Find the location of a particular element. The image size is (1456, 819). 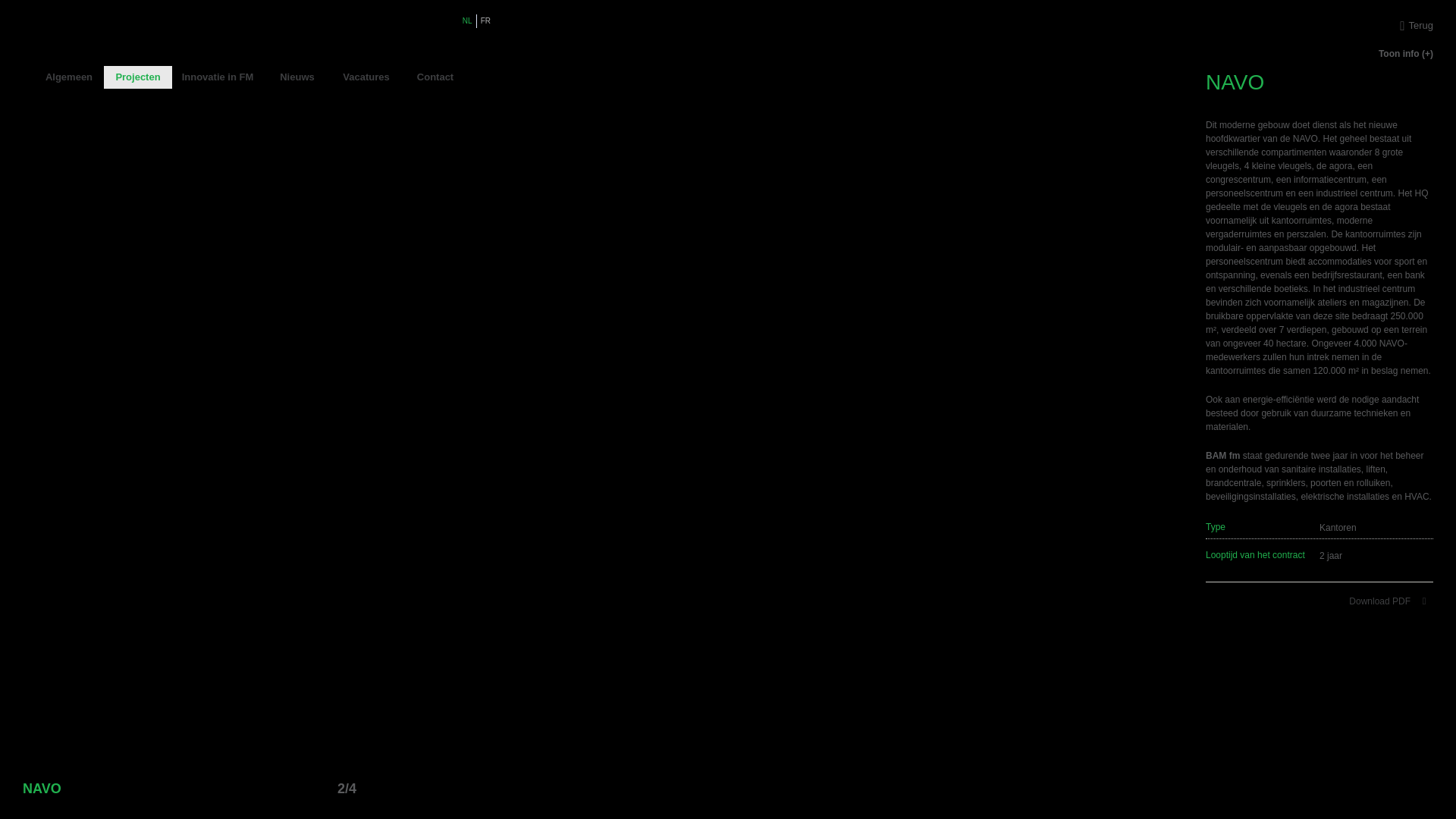

'FR' is located at coordinates (484, 20).